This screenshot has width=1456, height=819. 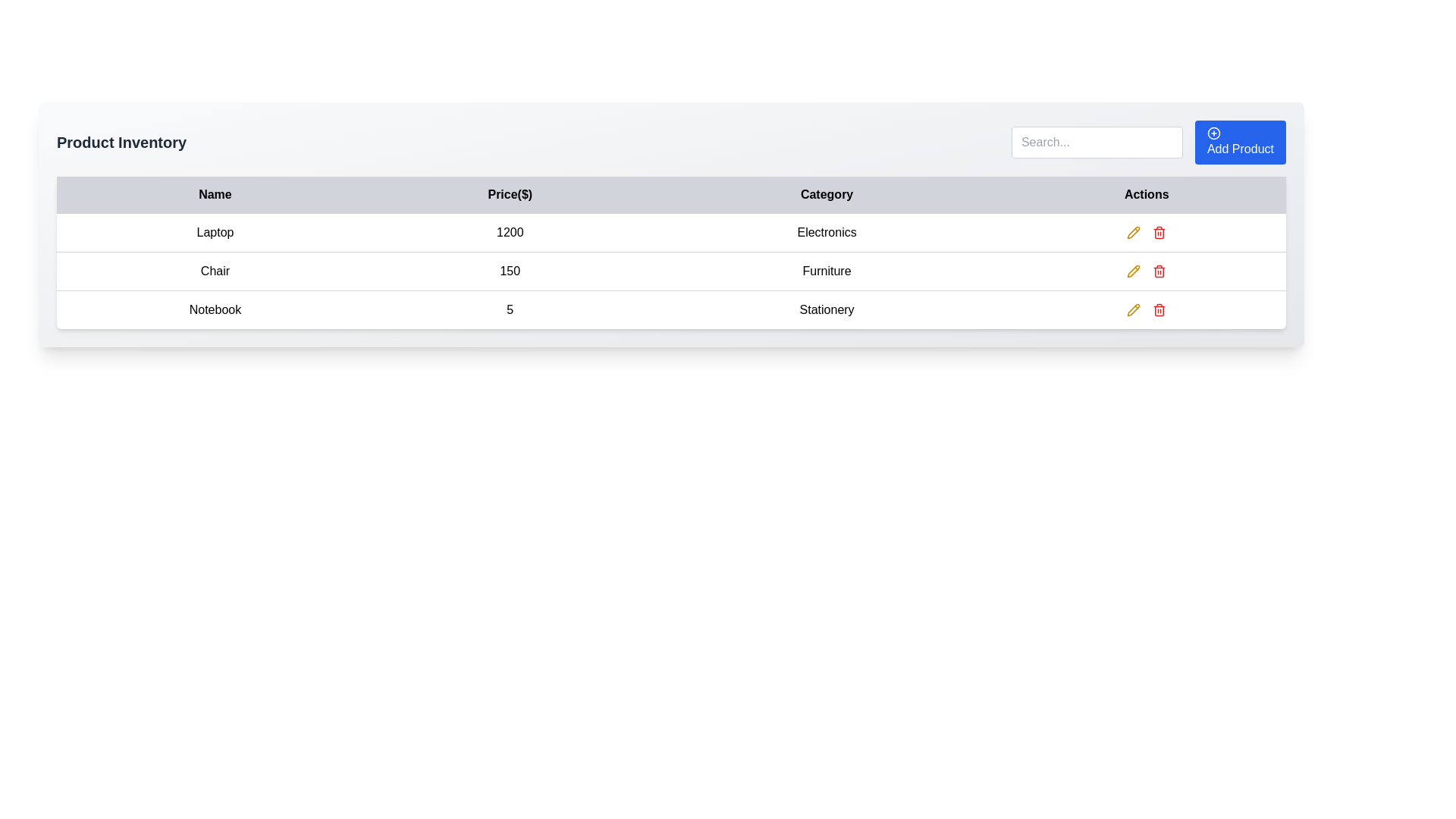 I want to click on the price text element located in the second column of the first row of the product inventory table, so click(x=510, y=233).